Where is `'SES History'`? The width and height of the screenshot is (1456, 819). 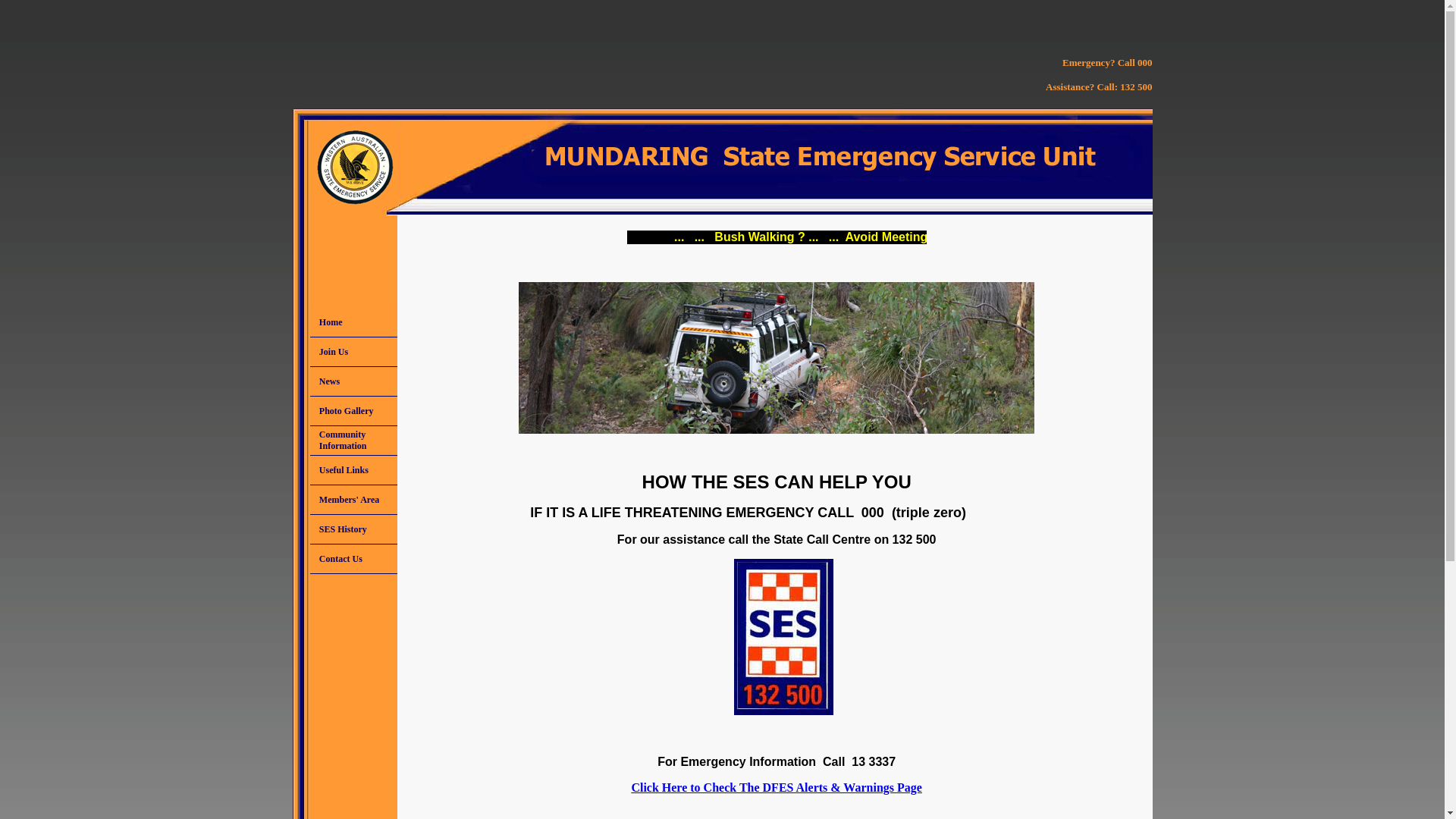
'SES History' is located at coordinates (353, 529).